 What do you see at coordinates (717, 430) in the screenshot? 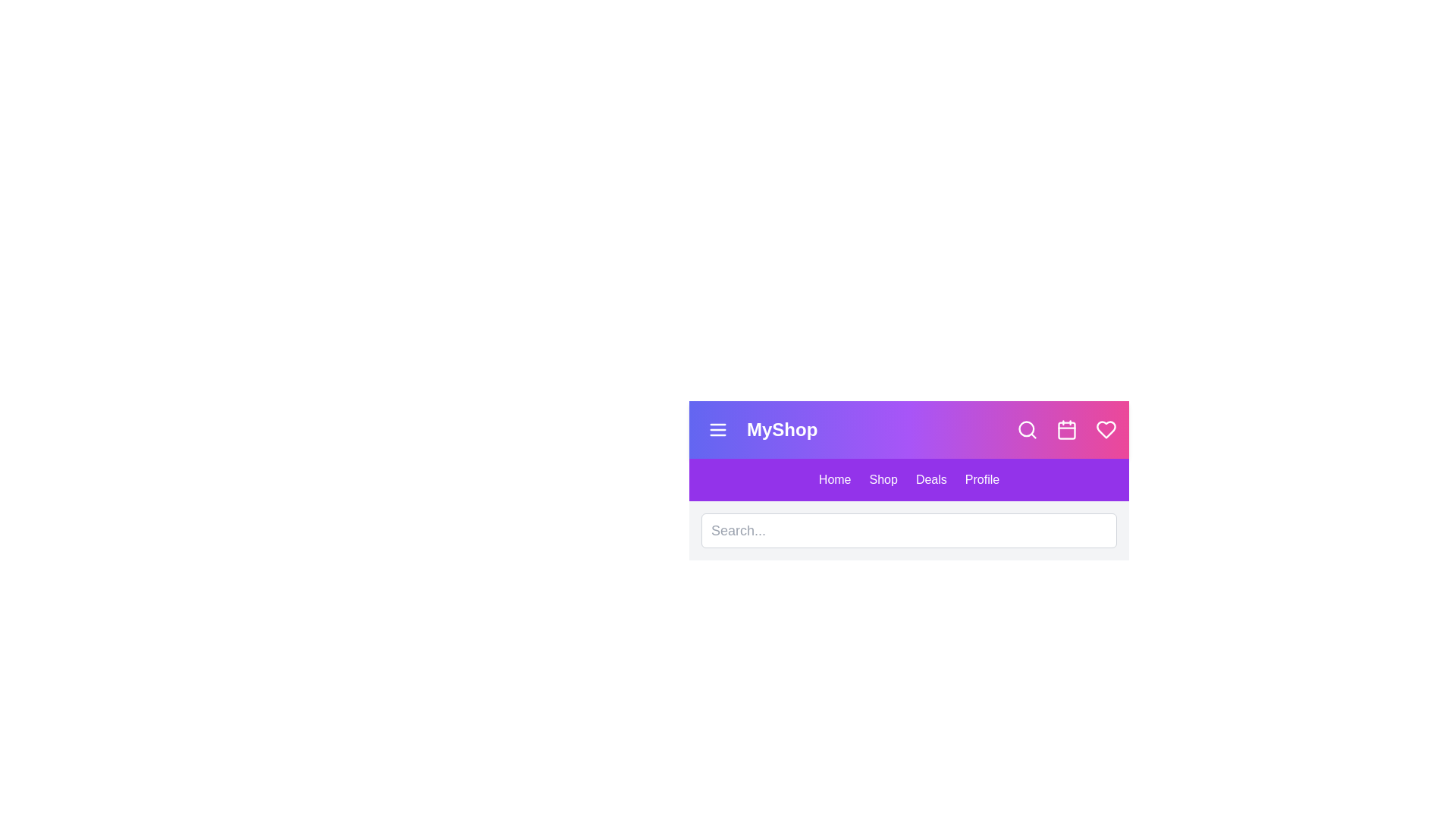
I see `the menu button to toggle the menu visibility` at bounding box center [717, 430].